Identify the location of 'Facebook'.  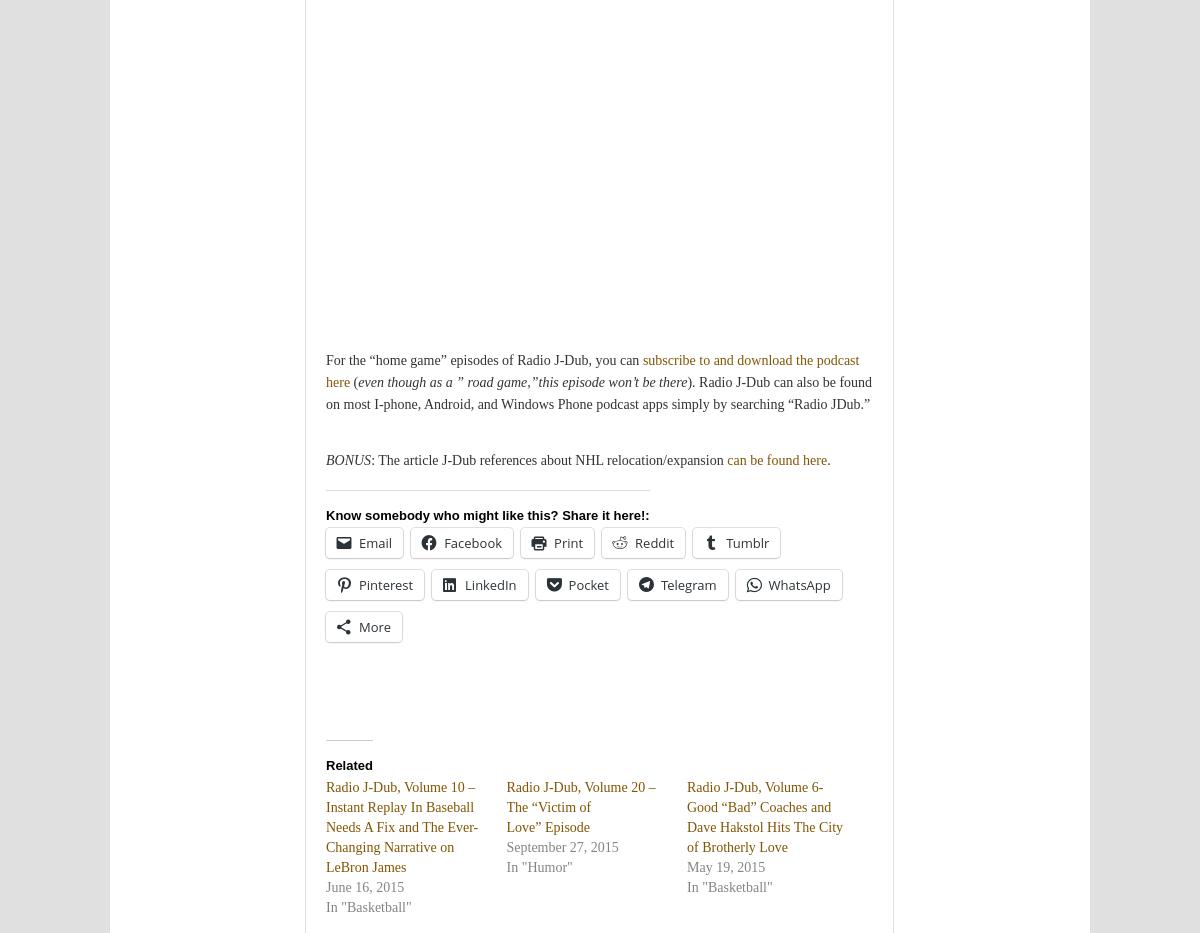
(472, 542).